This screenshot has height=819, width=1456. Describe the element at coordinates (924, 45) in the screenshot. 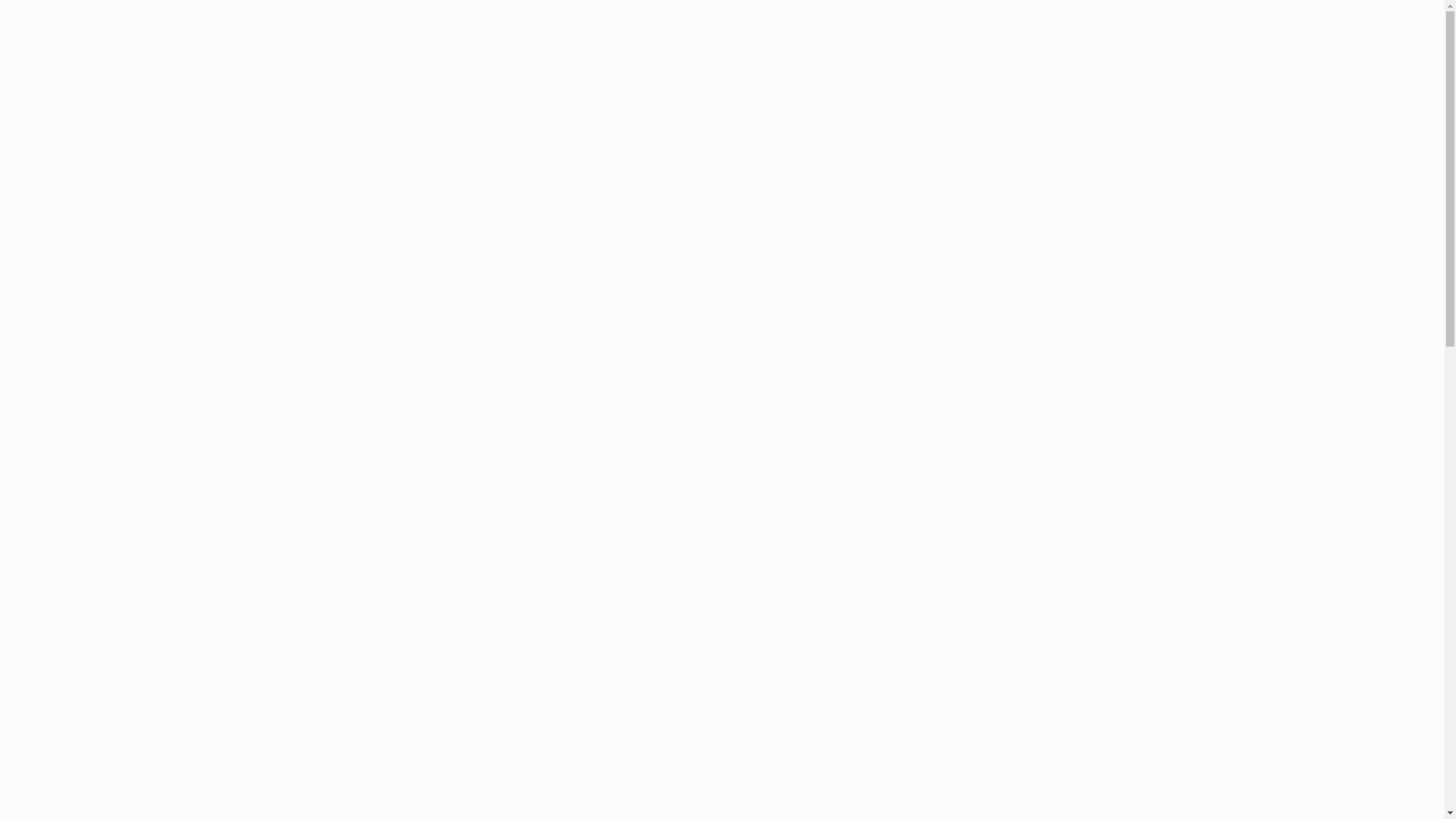

I see `'Le Dk'` at that location.